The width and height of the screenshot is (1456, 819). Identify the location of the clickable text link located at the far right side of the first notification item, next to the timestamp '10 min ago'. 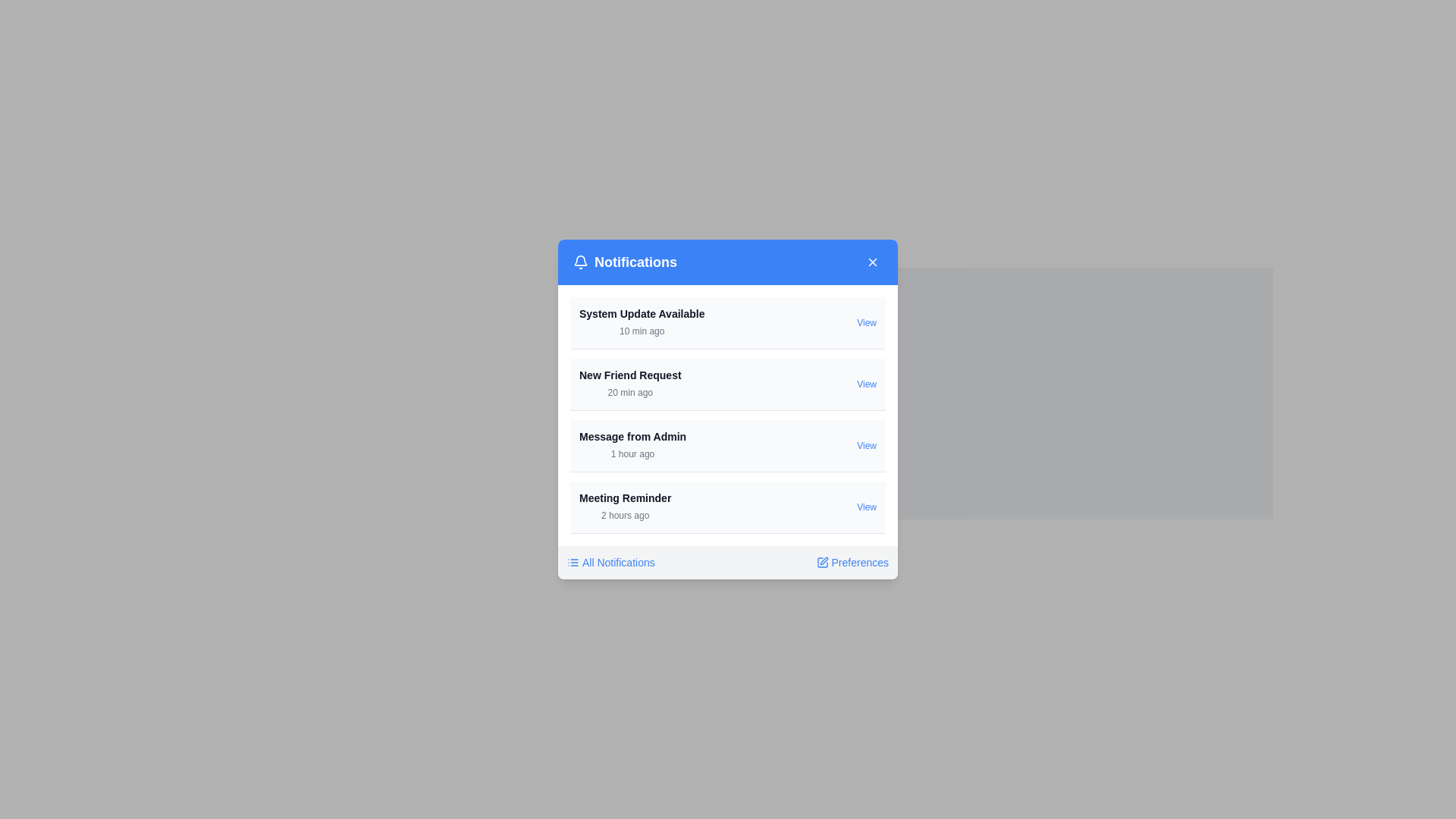
(867, 322).